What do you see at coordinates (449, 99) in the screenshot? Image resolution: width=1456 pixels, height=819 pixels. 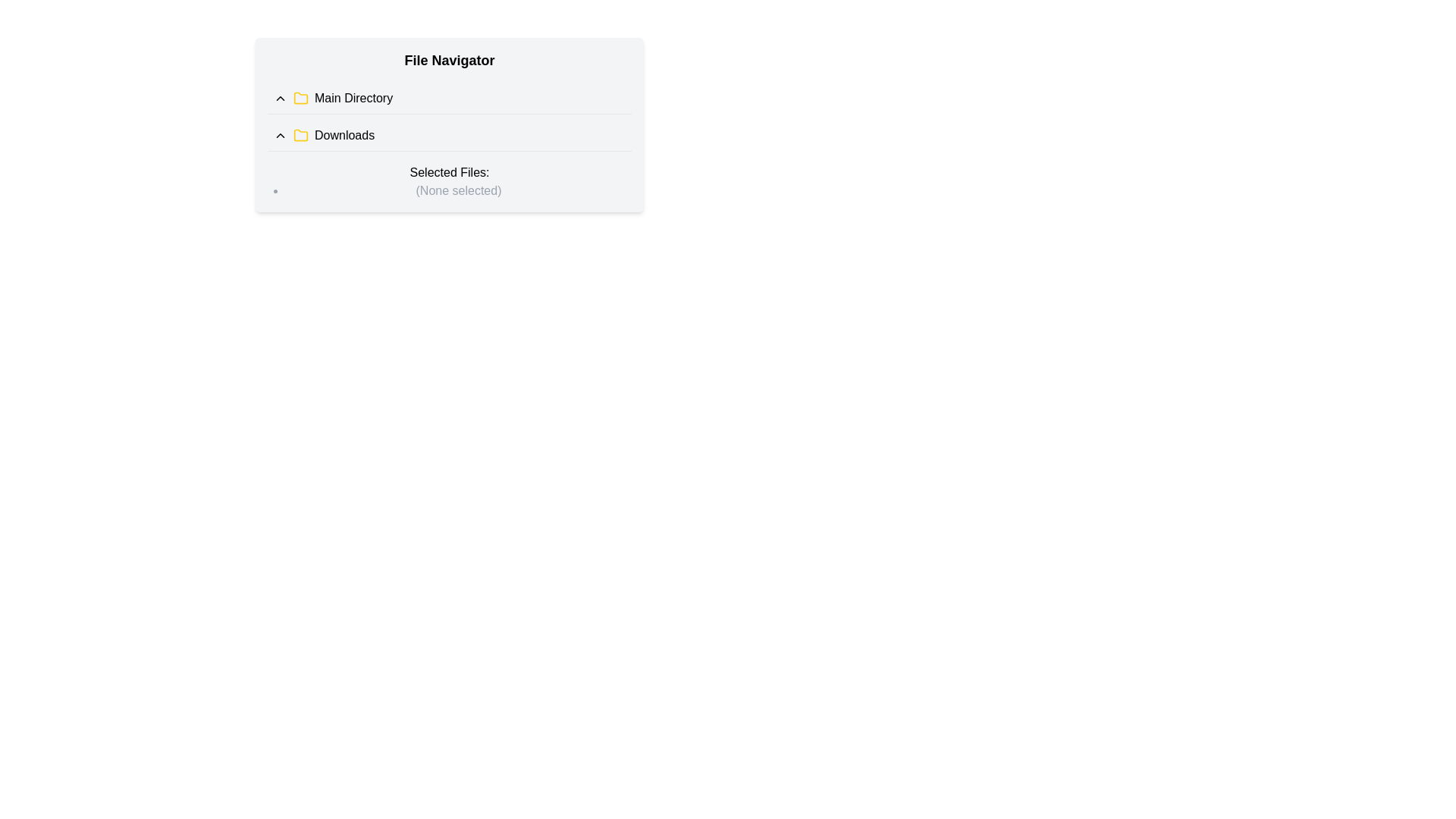 I see `the first selectable directory item` at bounding box center [449, 99].